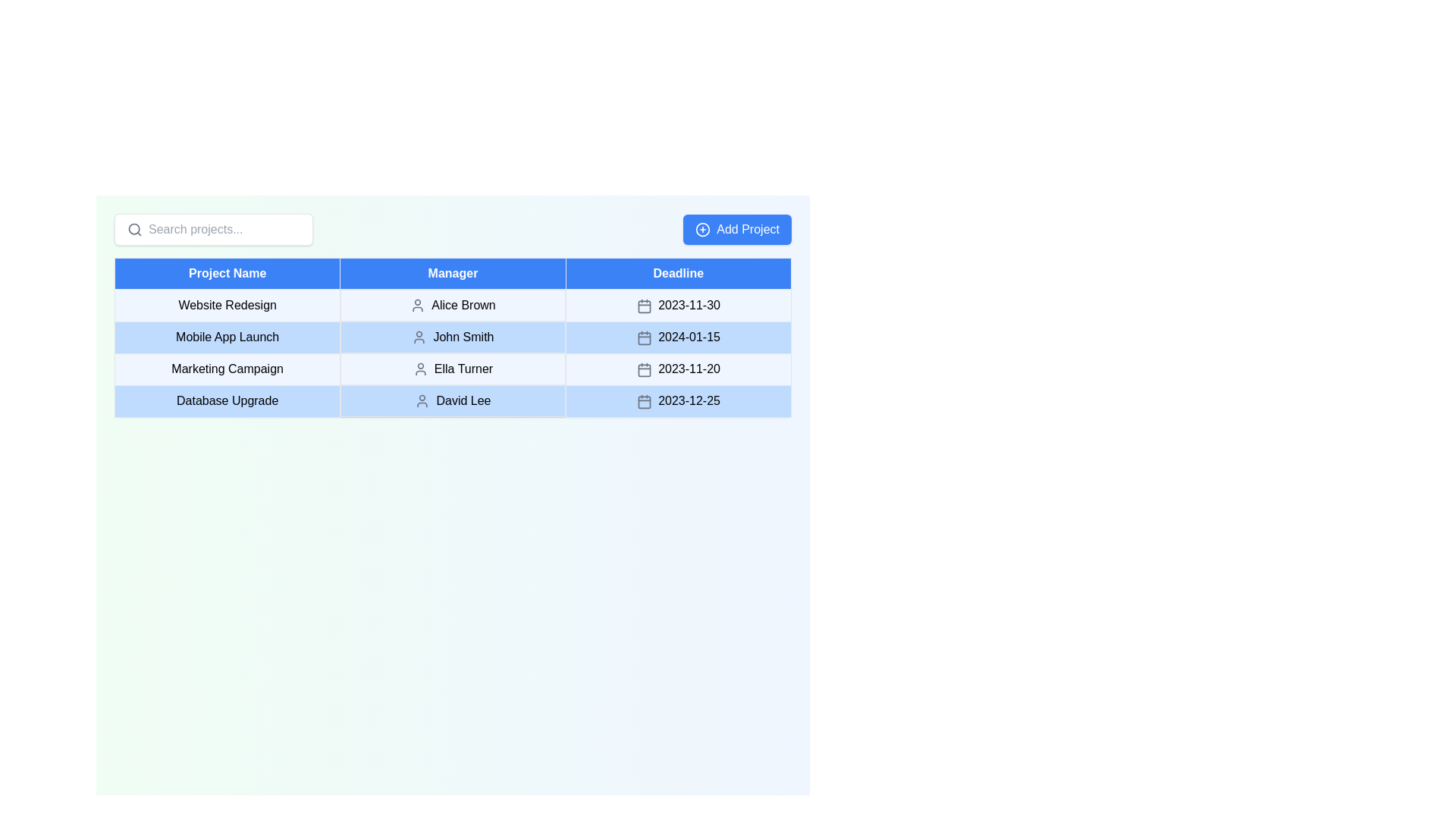 The width and height of the screenshot is (1456, 819). Describe the element at coordinates (677, 400) in the screenshot. I see `the date display element showing the deadline date in the fourth row of the table under the 'Deadline' column` at that location.